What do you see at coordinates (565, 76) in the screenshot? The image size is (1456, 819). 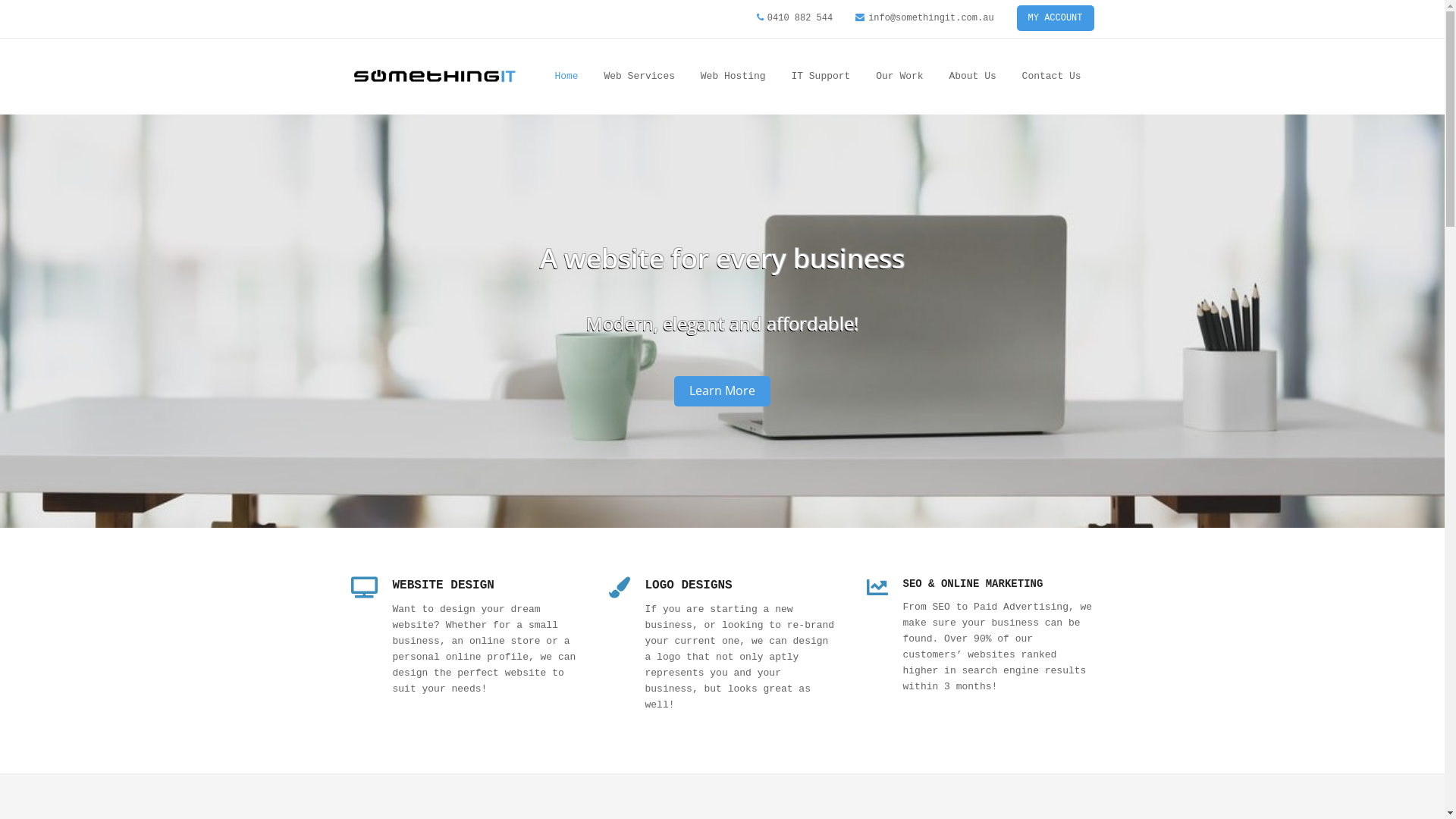 I see `'Home'` at bounding box center [565, 76].